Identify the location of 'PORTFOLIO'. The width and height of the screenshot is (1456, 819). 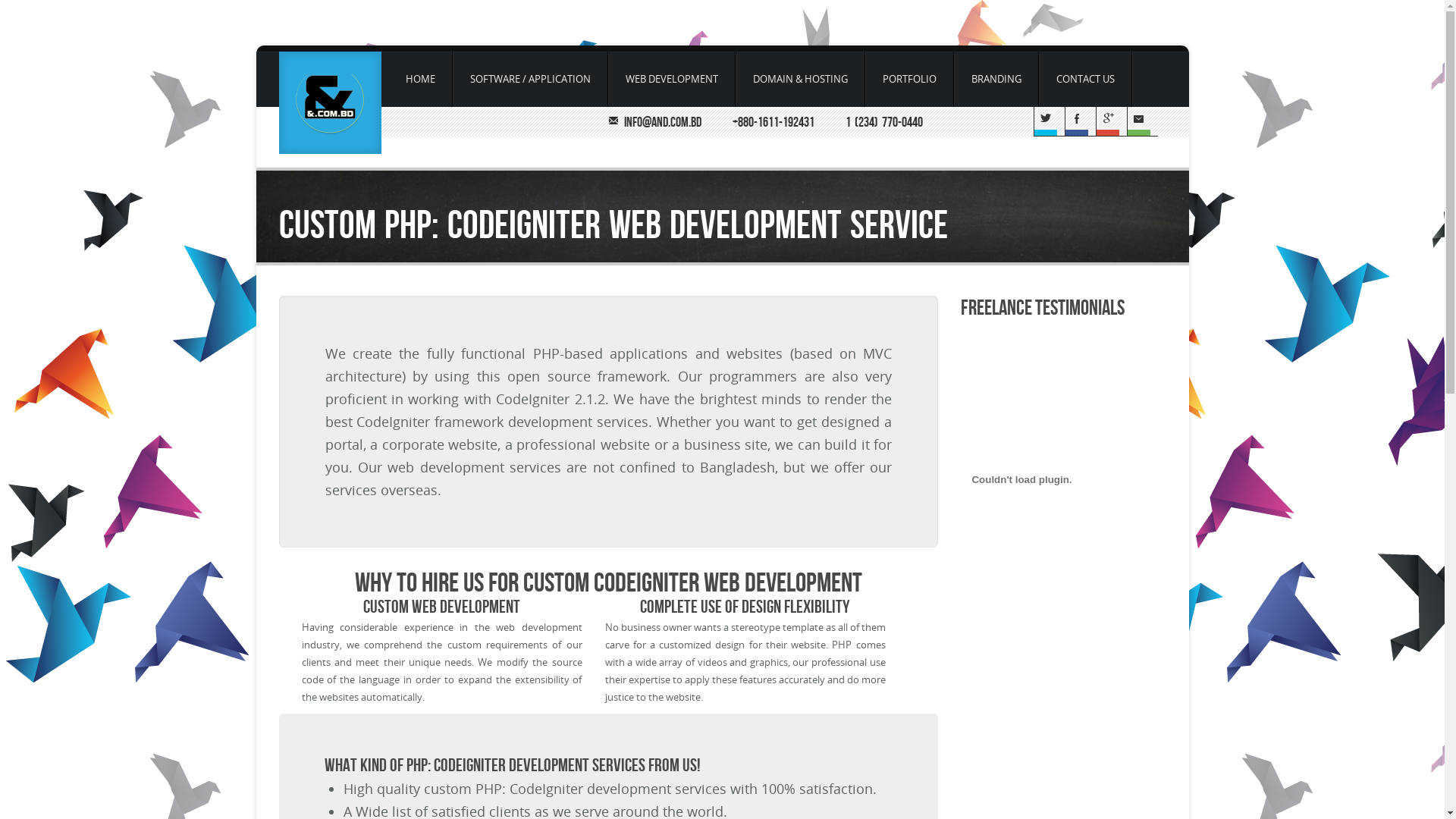
(910, 79).